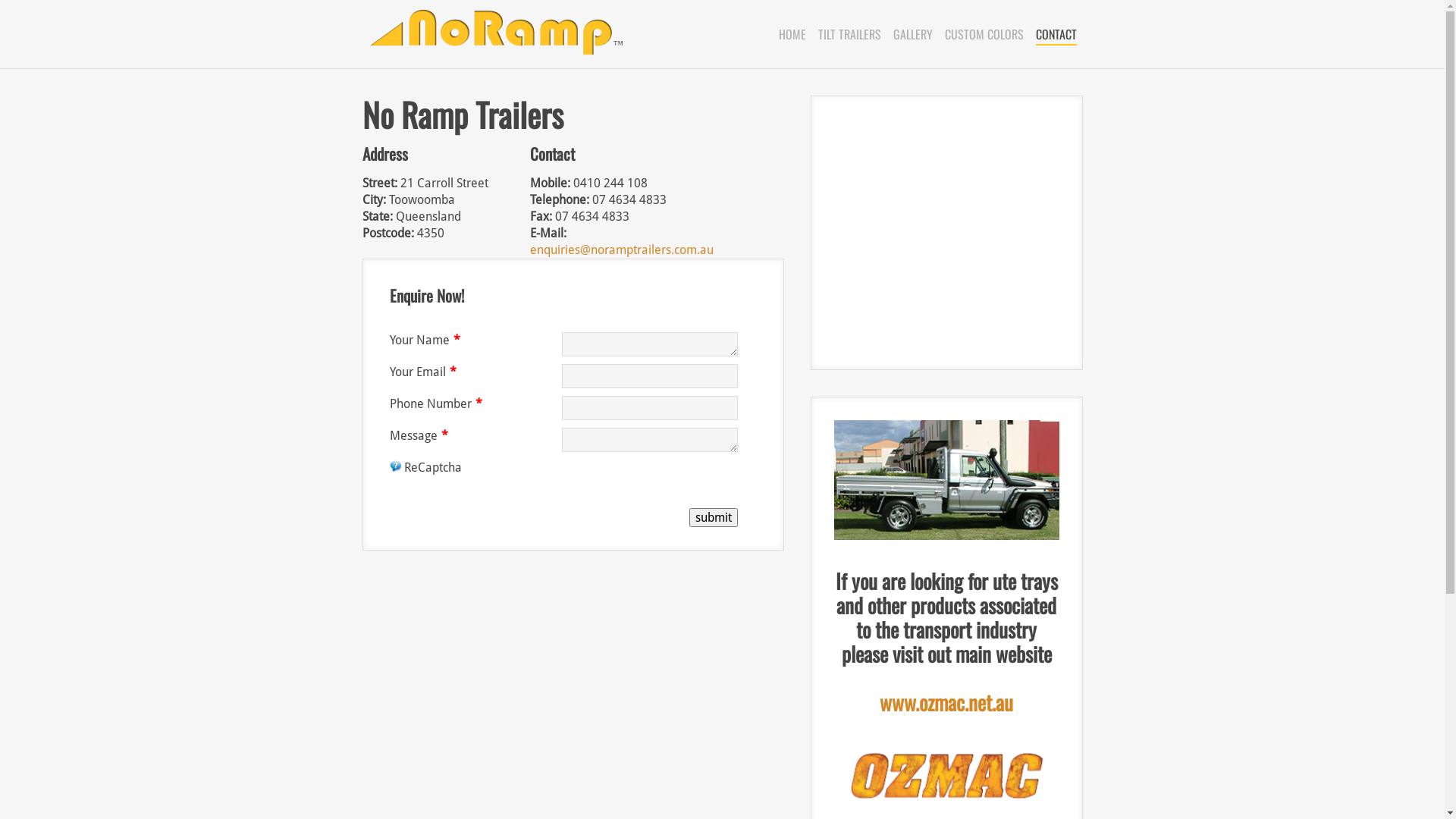  Describe the element at coordinates (944, 34) in the screenshot. I see `'CUSTOM COLORS'` at that location.